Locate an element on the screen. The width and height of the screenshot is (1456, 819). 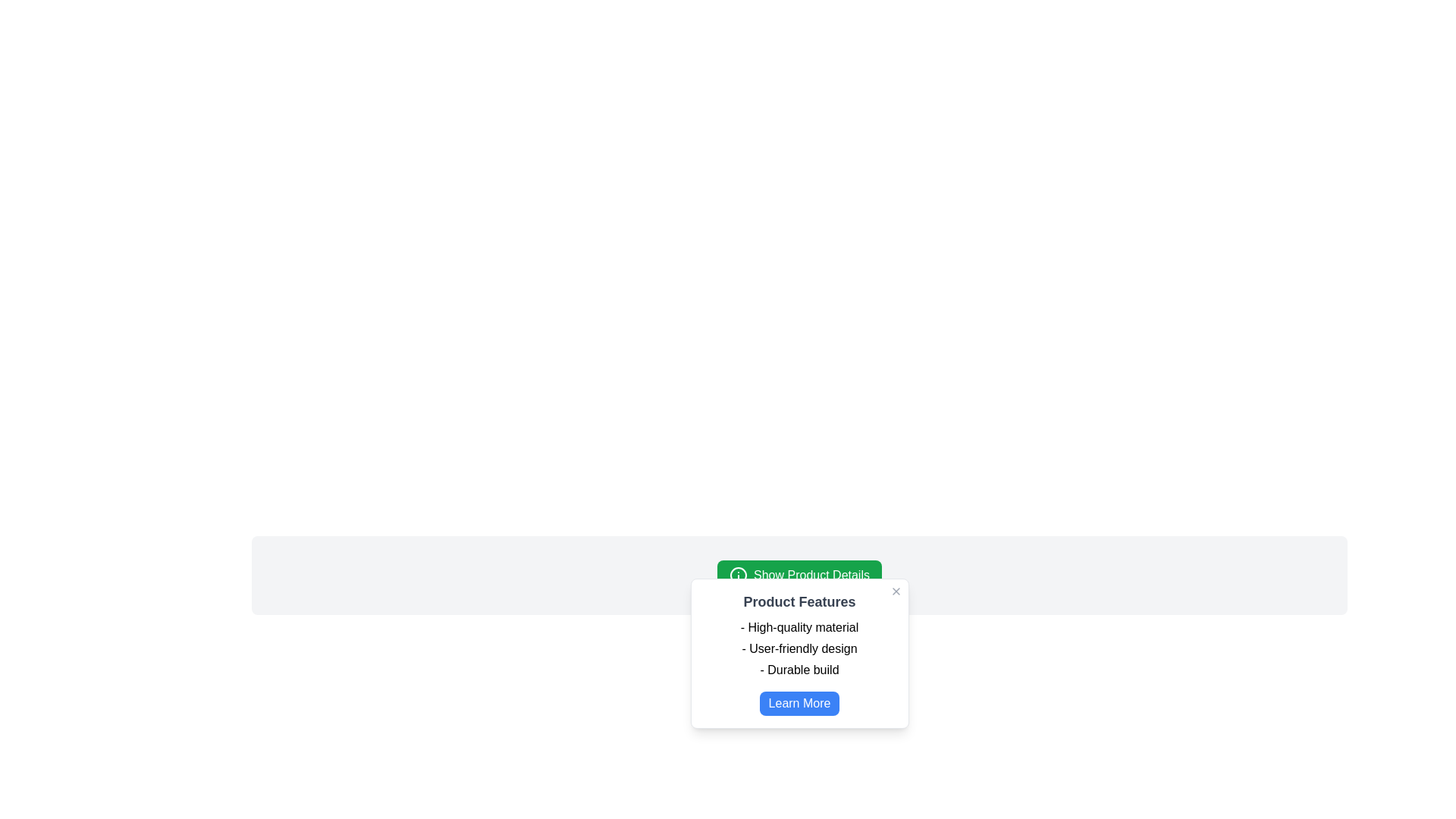
the text label '- High-quality material' in the 'Product Features' list, which is the first item in a bulleted list within a modal window is located at coordinates (799, 628).